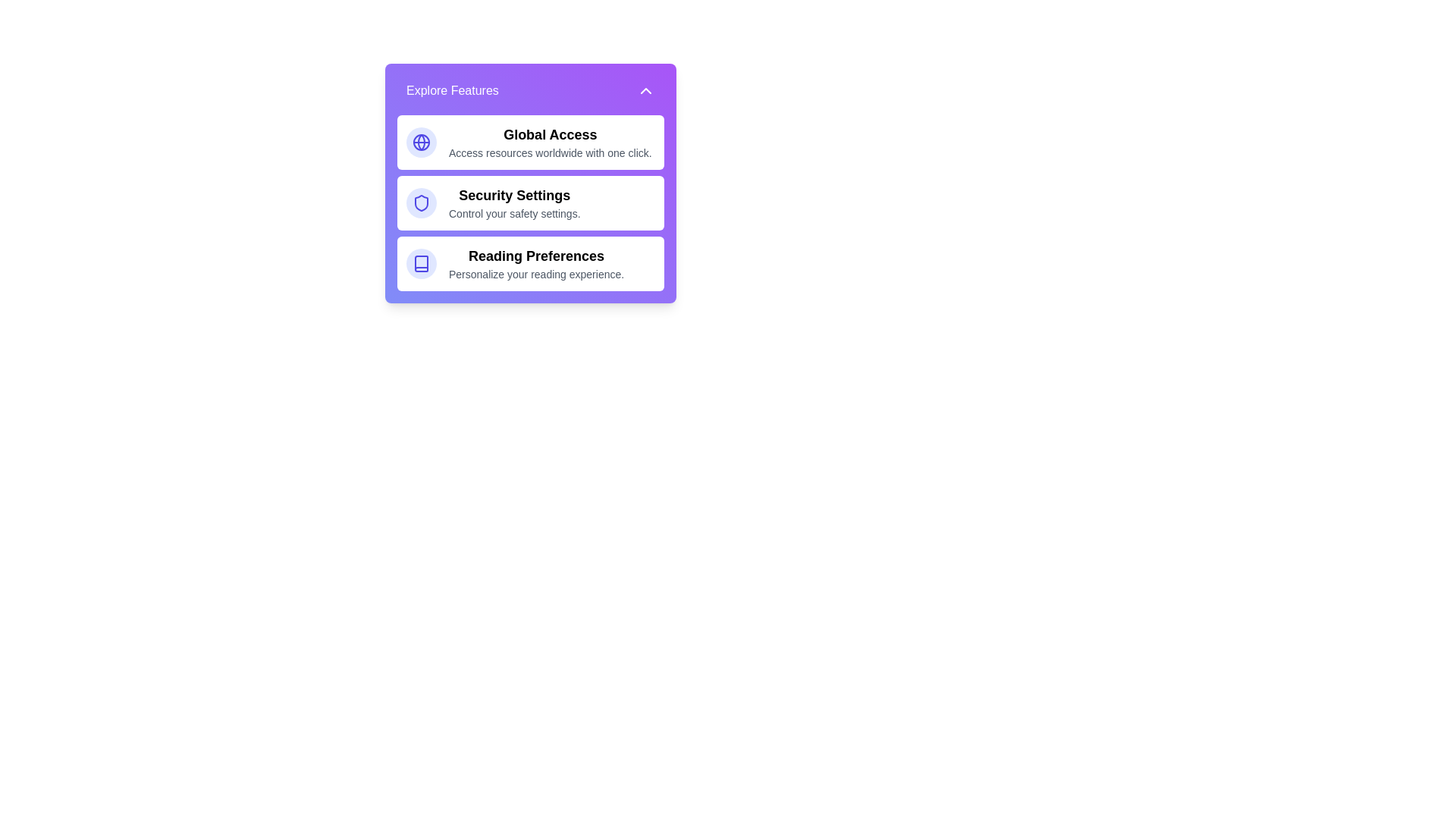 The height and width of the screenshot is (819, 1456). Describe the element at coordinates (531, 202) in the screenshot. I see `the second card in the vertical list labeled 'Explore Features'` at that location.